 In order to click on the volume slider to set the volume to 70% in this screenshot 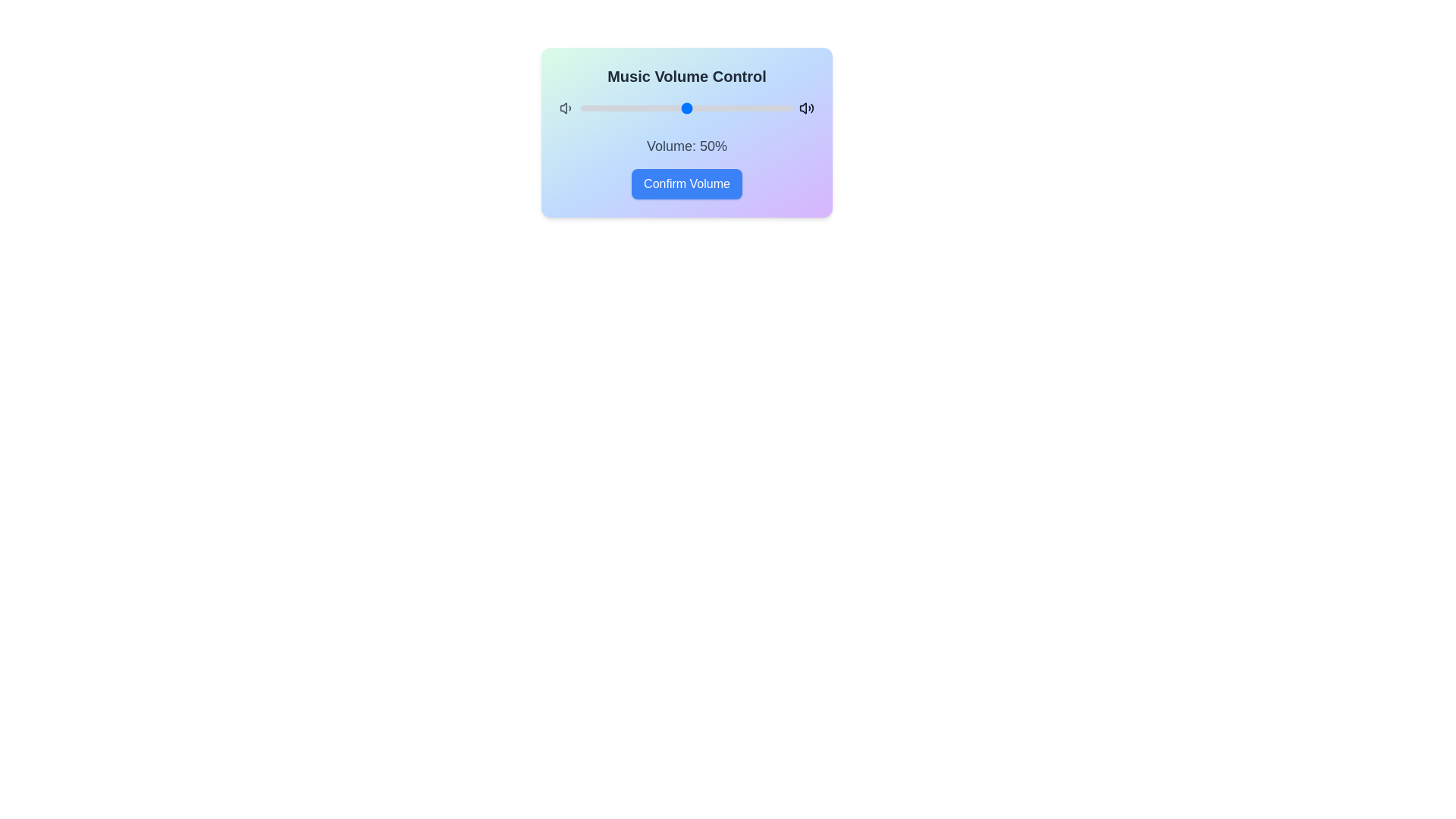, I will do `click(729, 107)`.